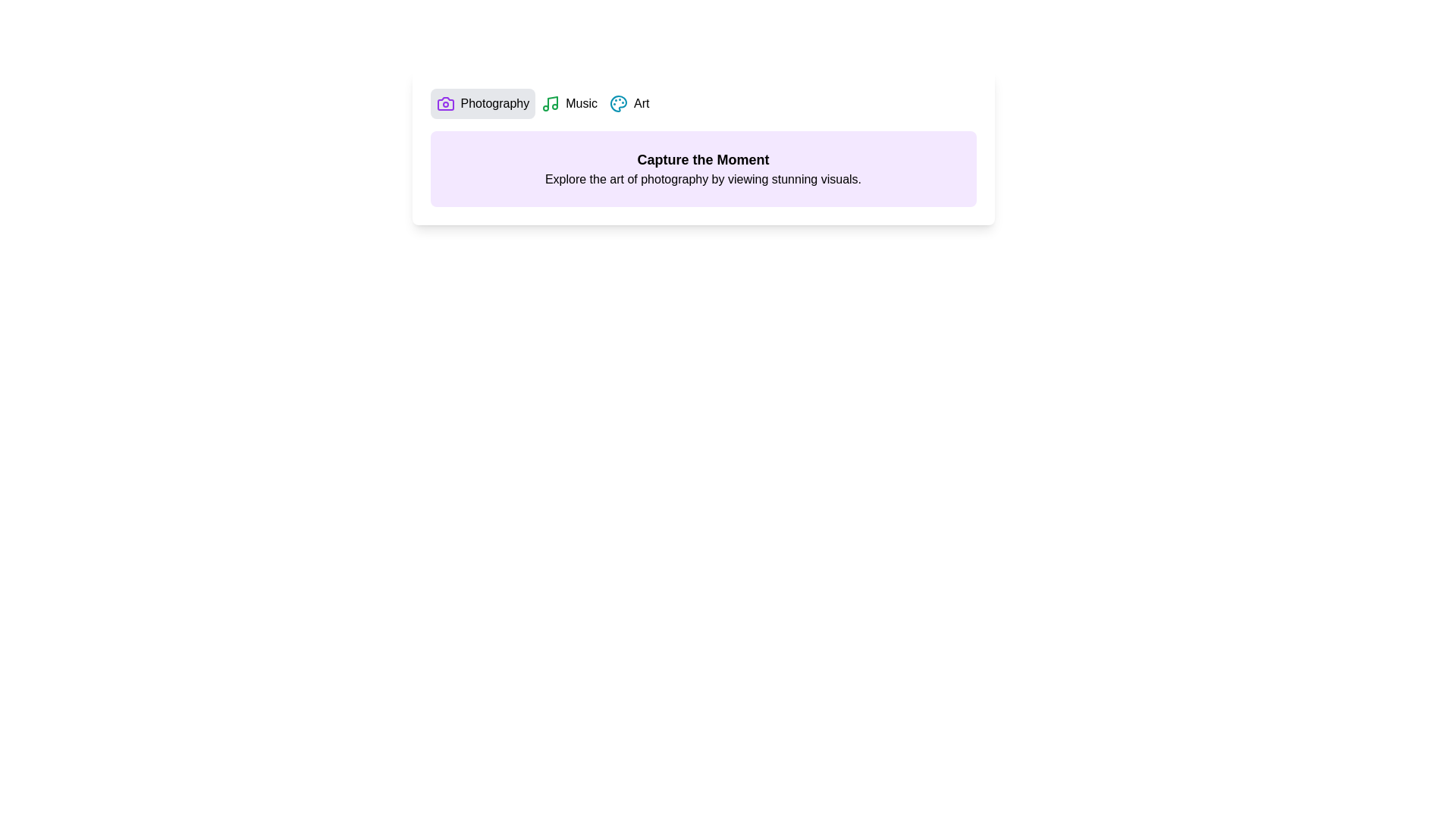 The image size is (1456, 819). I want to click on the icon next to the tab Music to inspect its functionality, so click(550, 103).